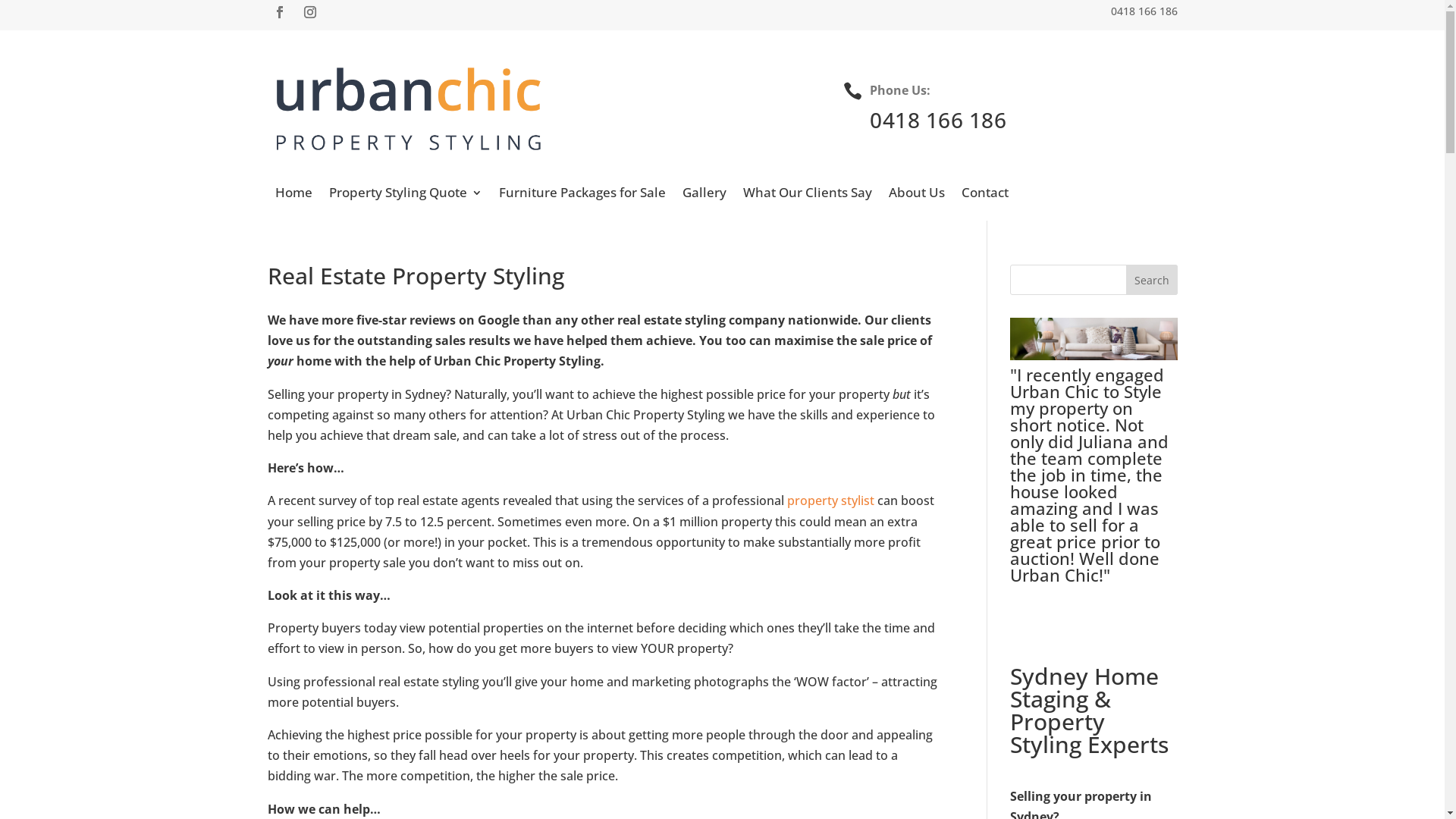 The width and height of the screenshot is (1456, 819). What do you see at coordinates (704, 195) in the screenshot?
I see `'Gallery'` at bounding box center [704, 195].